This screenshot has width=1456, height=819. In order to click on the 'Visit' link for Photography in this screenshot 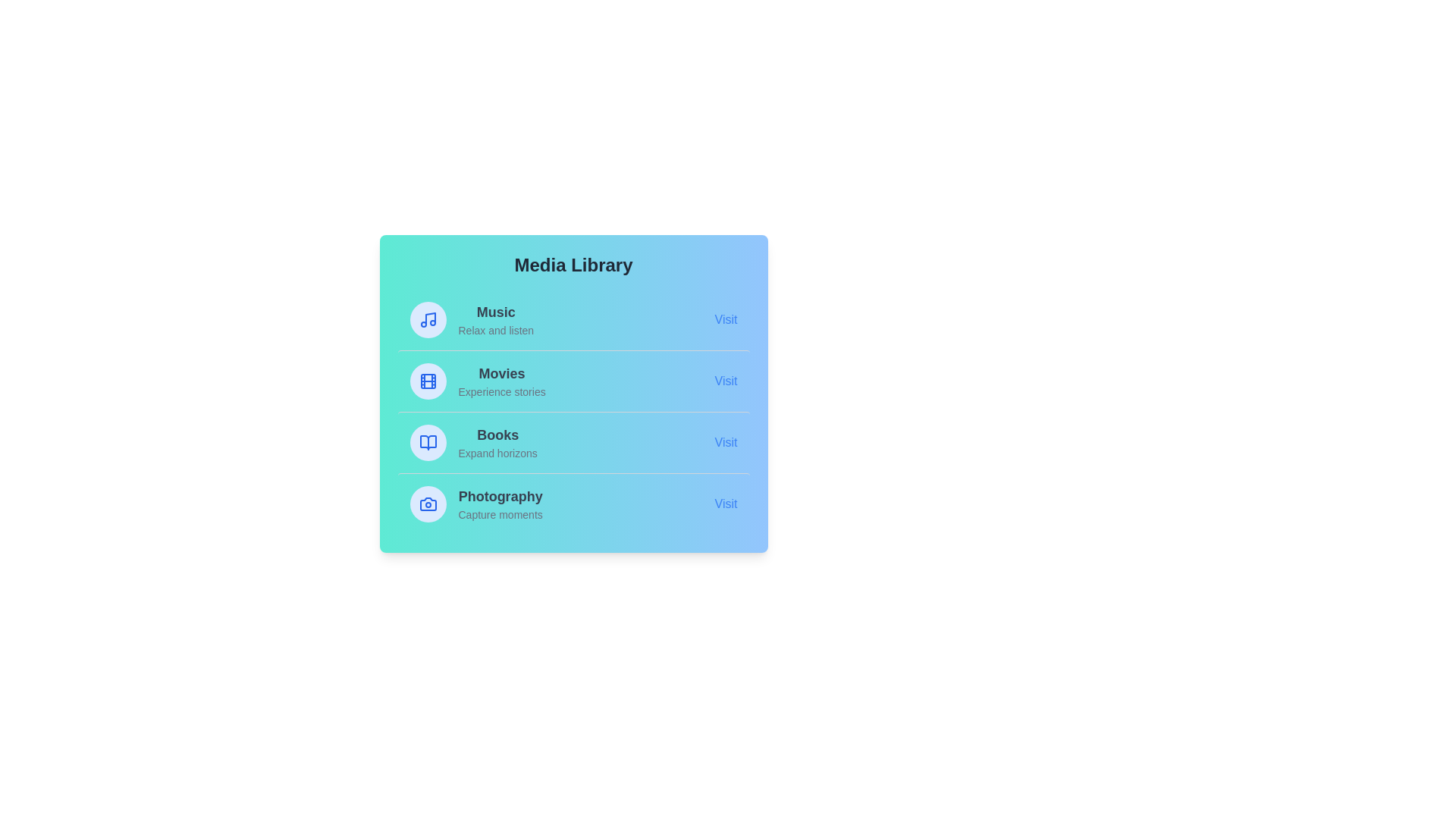, I will do `click(725, 504)`.